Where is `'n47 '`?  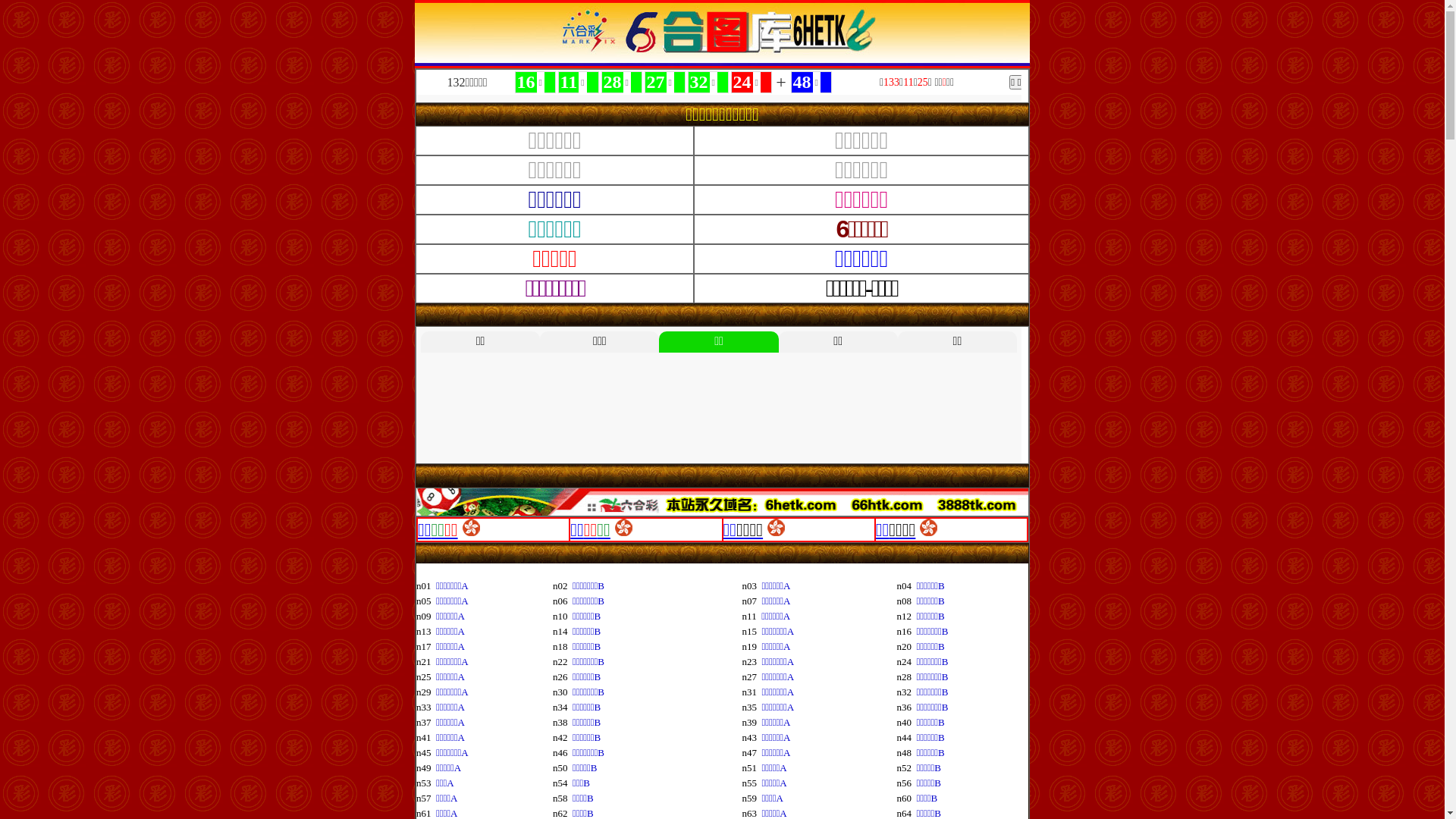
'n47 ' is located at coordinates (752, 752).